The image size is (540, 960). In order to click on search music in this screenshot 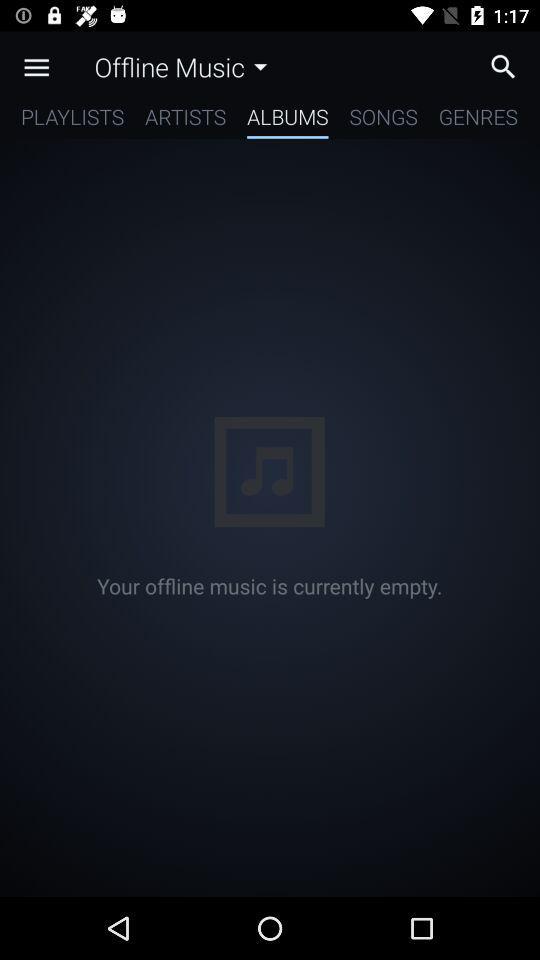, I will do `click(508, 66)`.